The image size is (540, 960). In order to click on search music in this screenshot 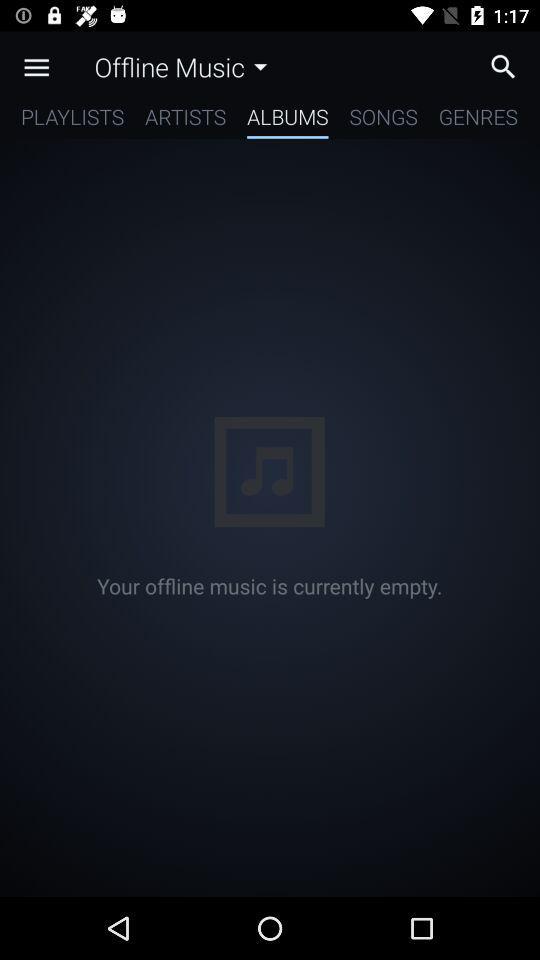, I will do `click(508, 66)`.